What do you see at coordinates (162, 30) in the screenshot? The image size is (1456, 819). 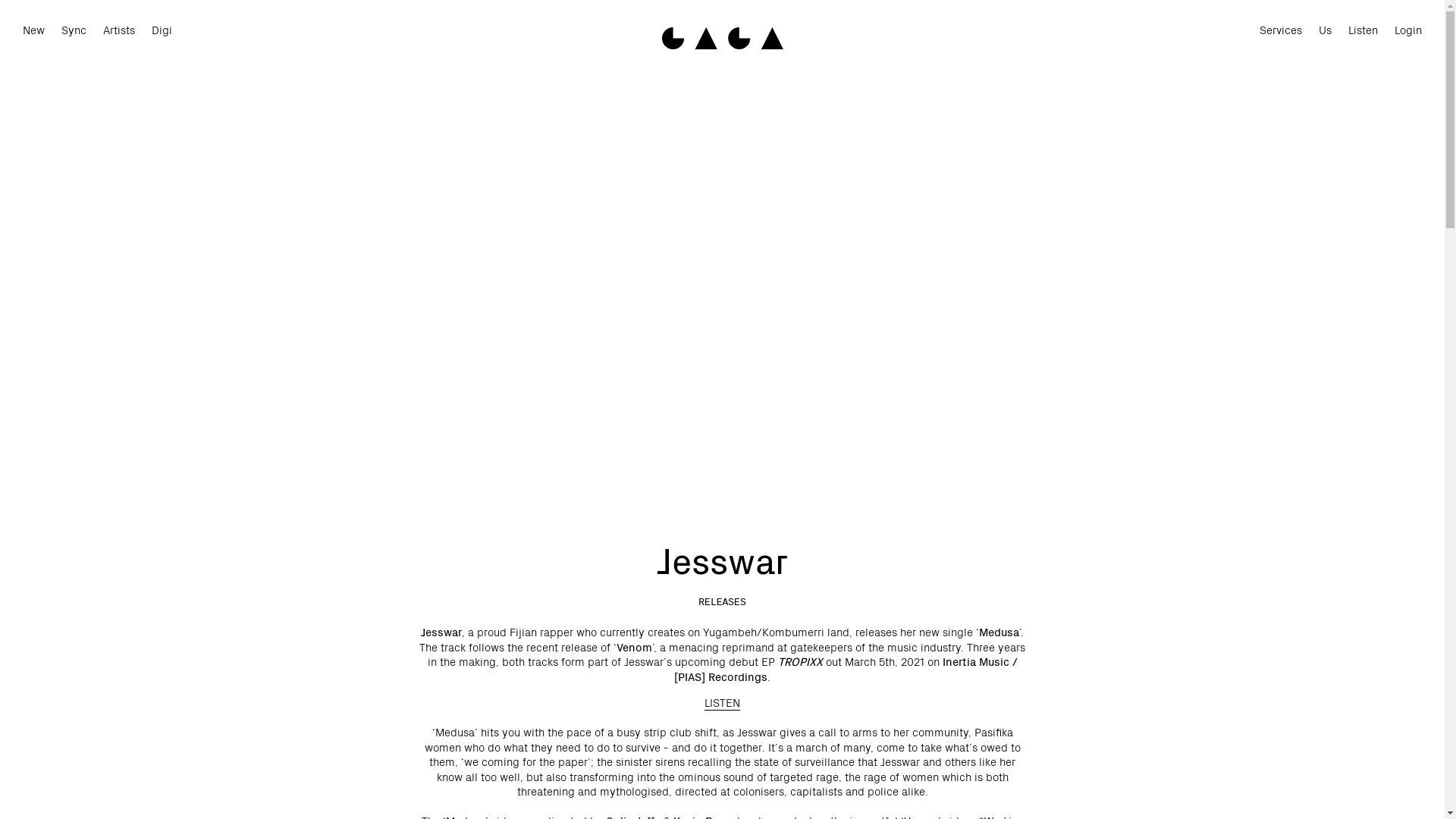 I see `'Digi'` at bounding box center [162, 30].